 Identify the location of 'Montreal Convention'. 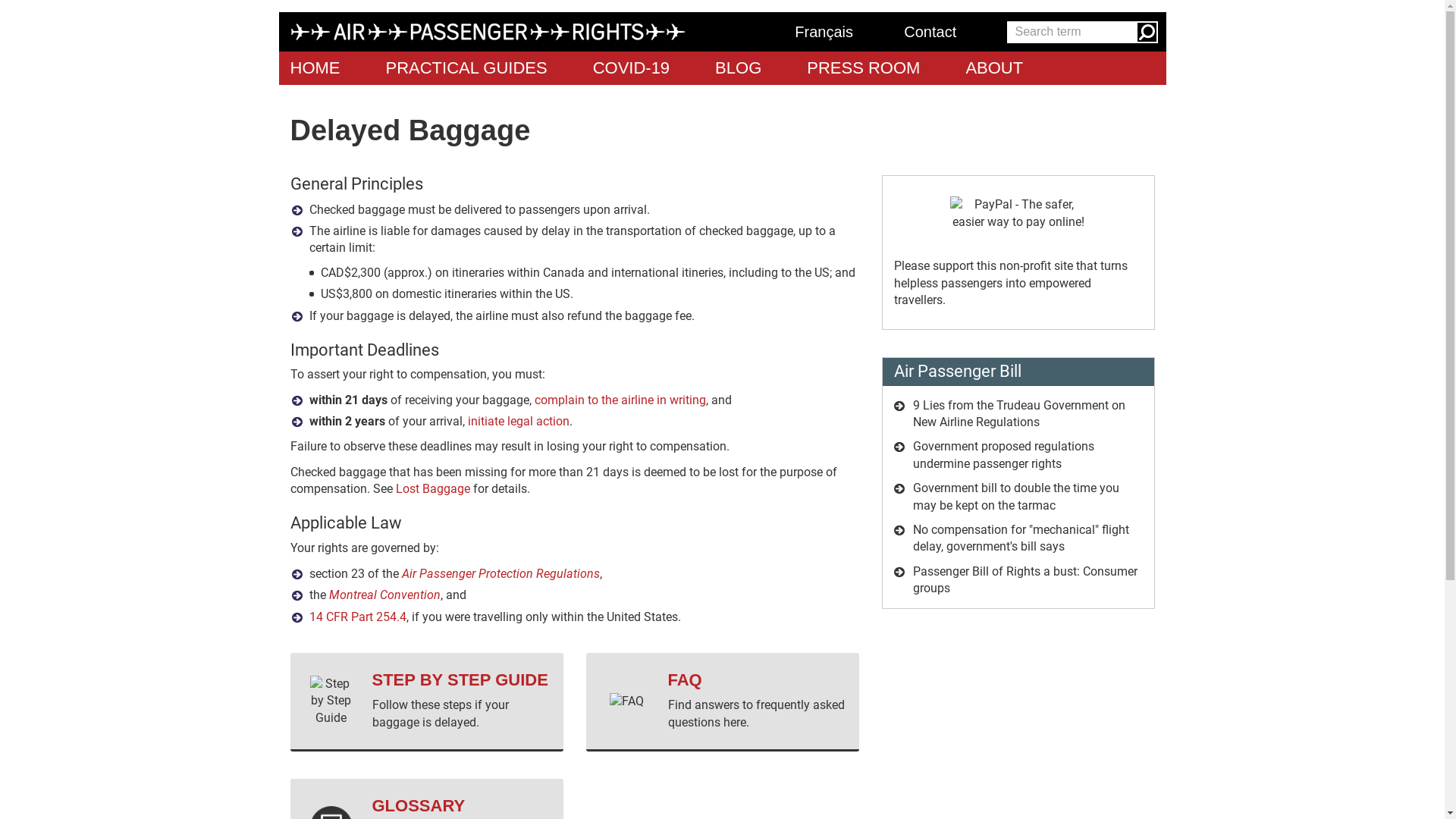
(384, 594).